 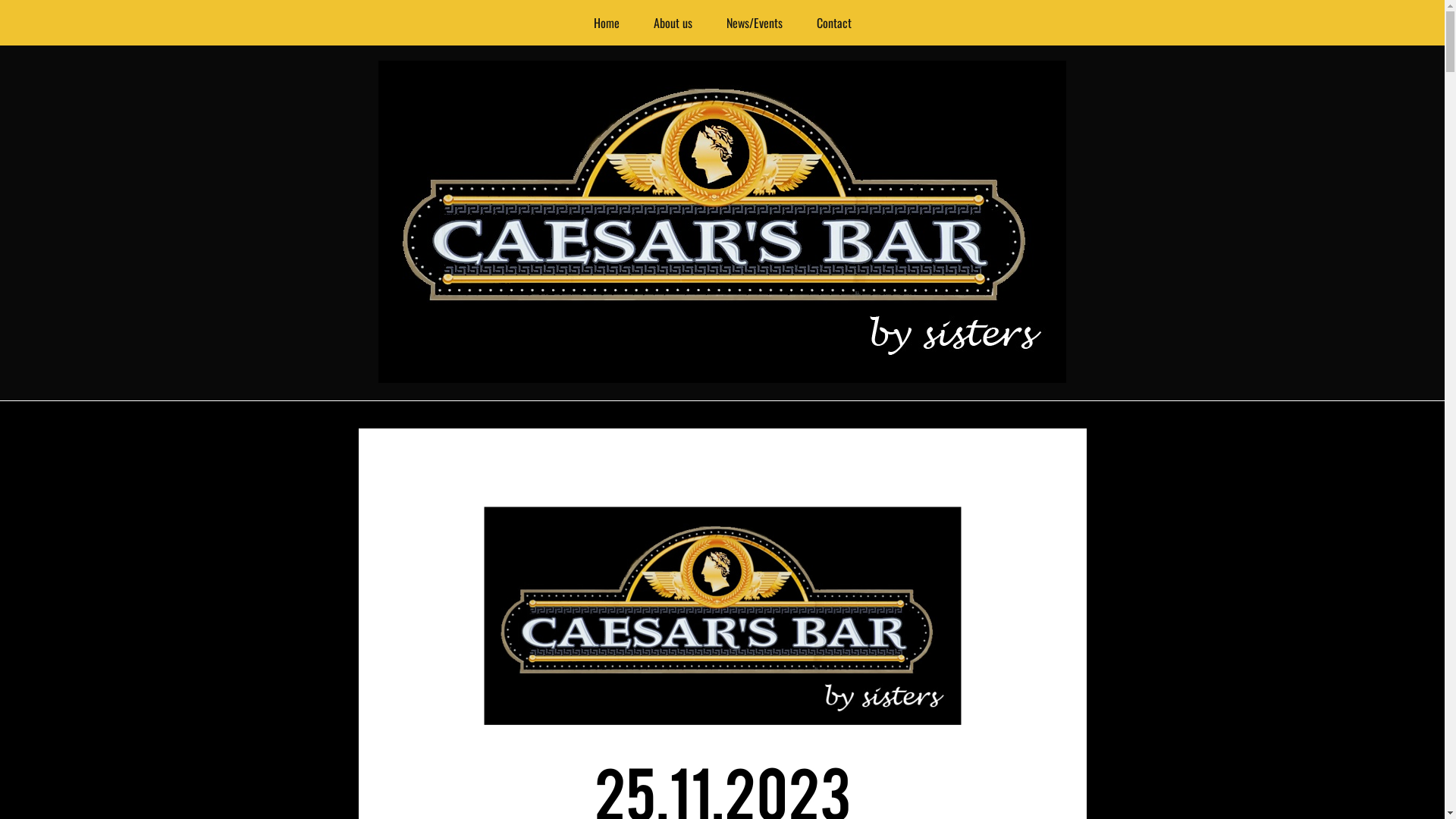 I want to click on 'News/Events', so click(x=710, y=23).